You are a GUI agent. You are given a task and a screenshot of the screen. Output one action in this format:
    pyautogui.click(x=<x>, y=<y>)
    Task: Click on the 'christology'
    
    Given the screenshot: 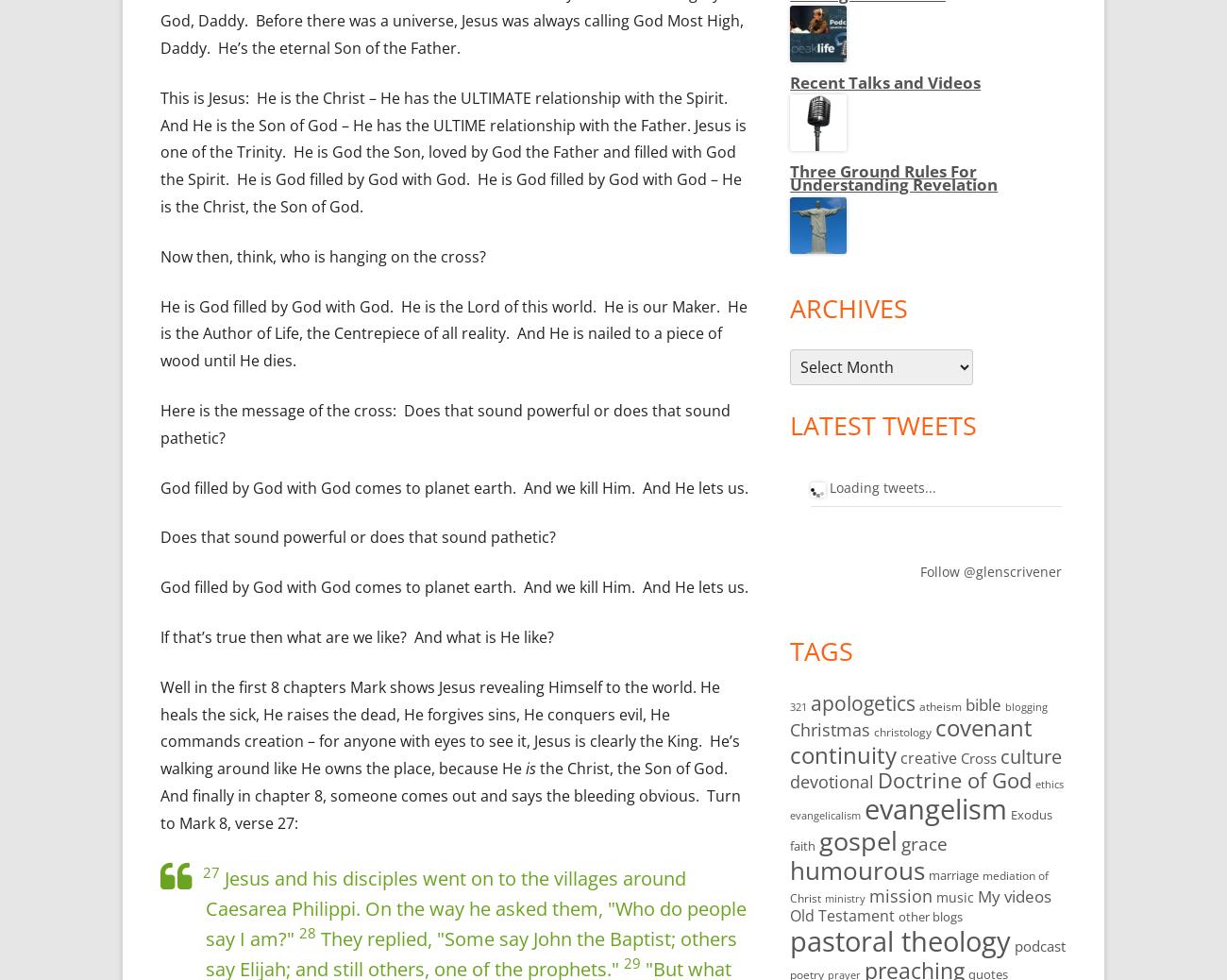 What is the action you would take?
    pyautogui.click(x=902, y=731)
    